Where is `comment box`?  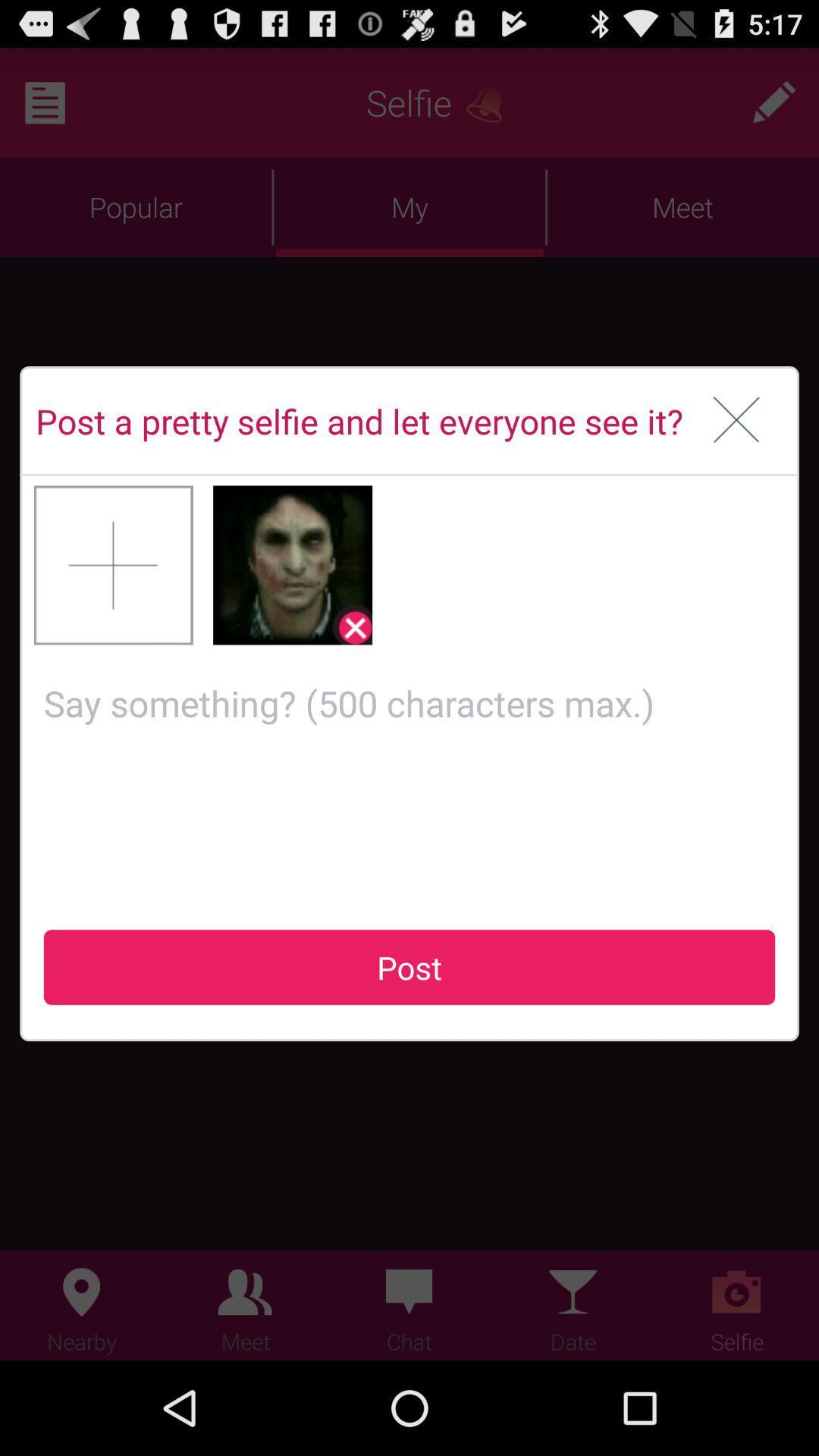
comment box is located at coordinates (409, 774).